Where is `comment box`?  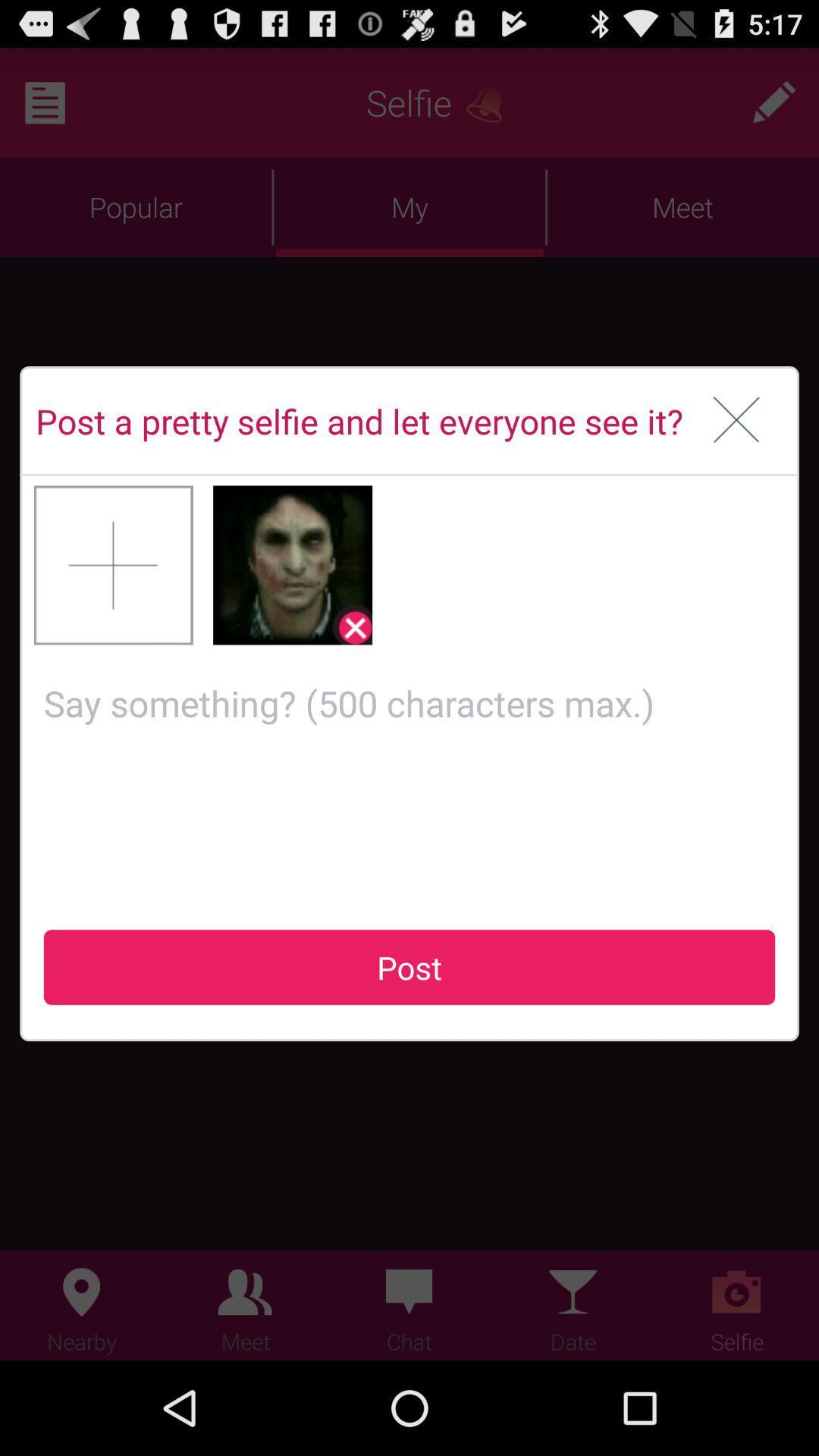
comment box is located at coordinates (409, 774).